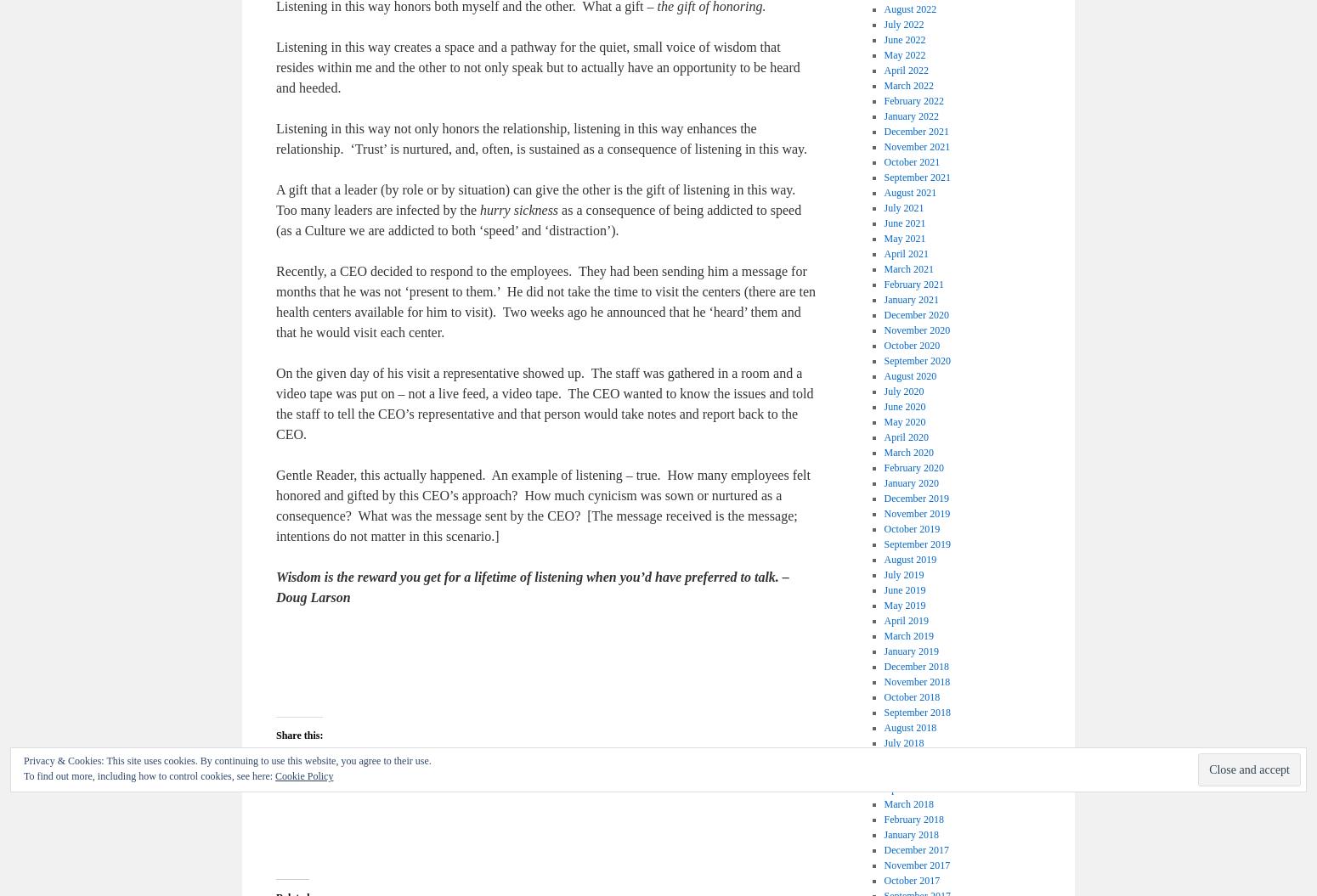  What do you see at coordinates (916, 499) in the screenshot?
I see `'December 2019'` at bounding box center [916, 499].